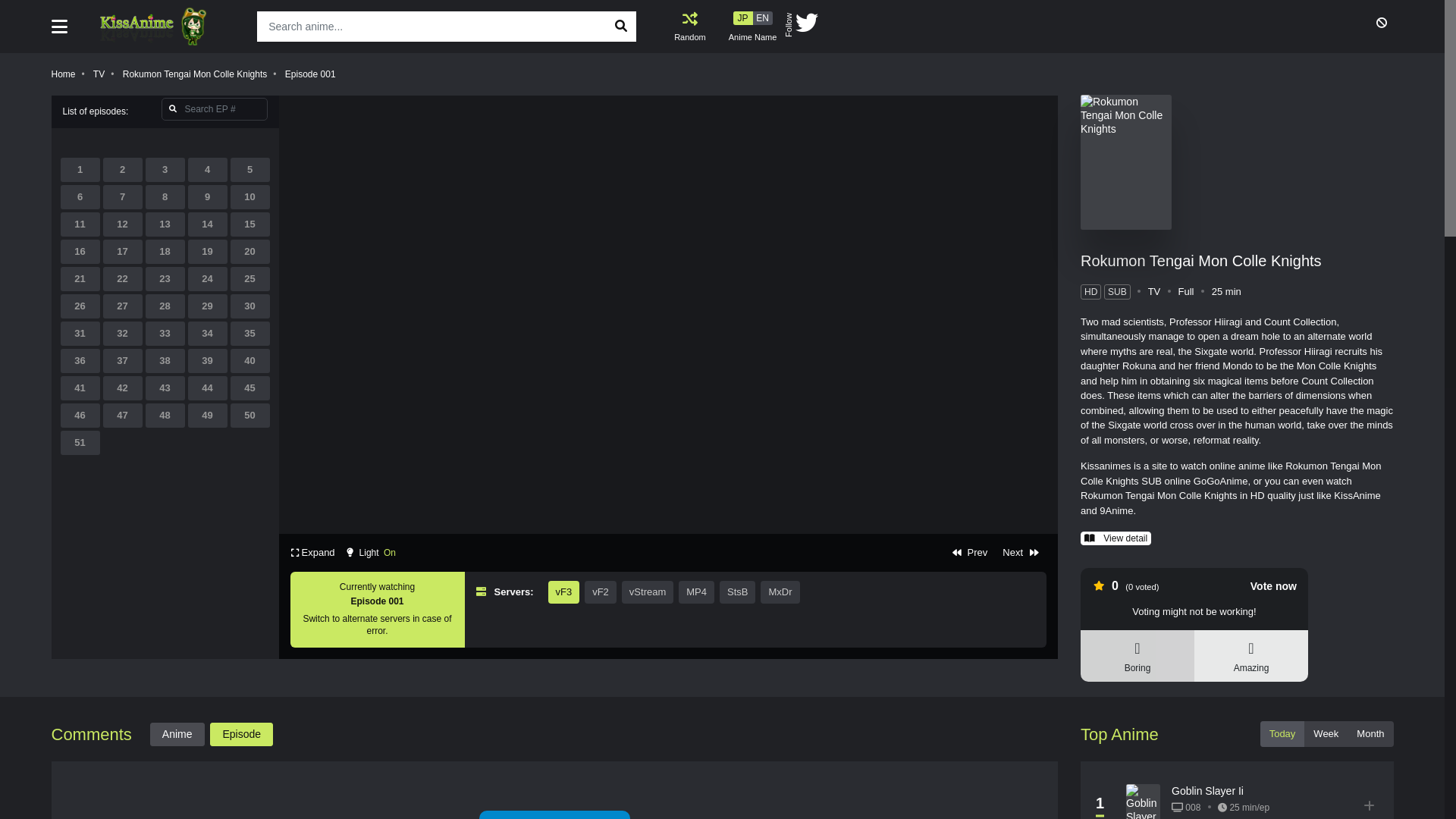 The image size is (1456, 819). What do you see at coordinates (776, 27) in the screenshot?
I see `'Follow'` at bounding box center [776, 27].